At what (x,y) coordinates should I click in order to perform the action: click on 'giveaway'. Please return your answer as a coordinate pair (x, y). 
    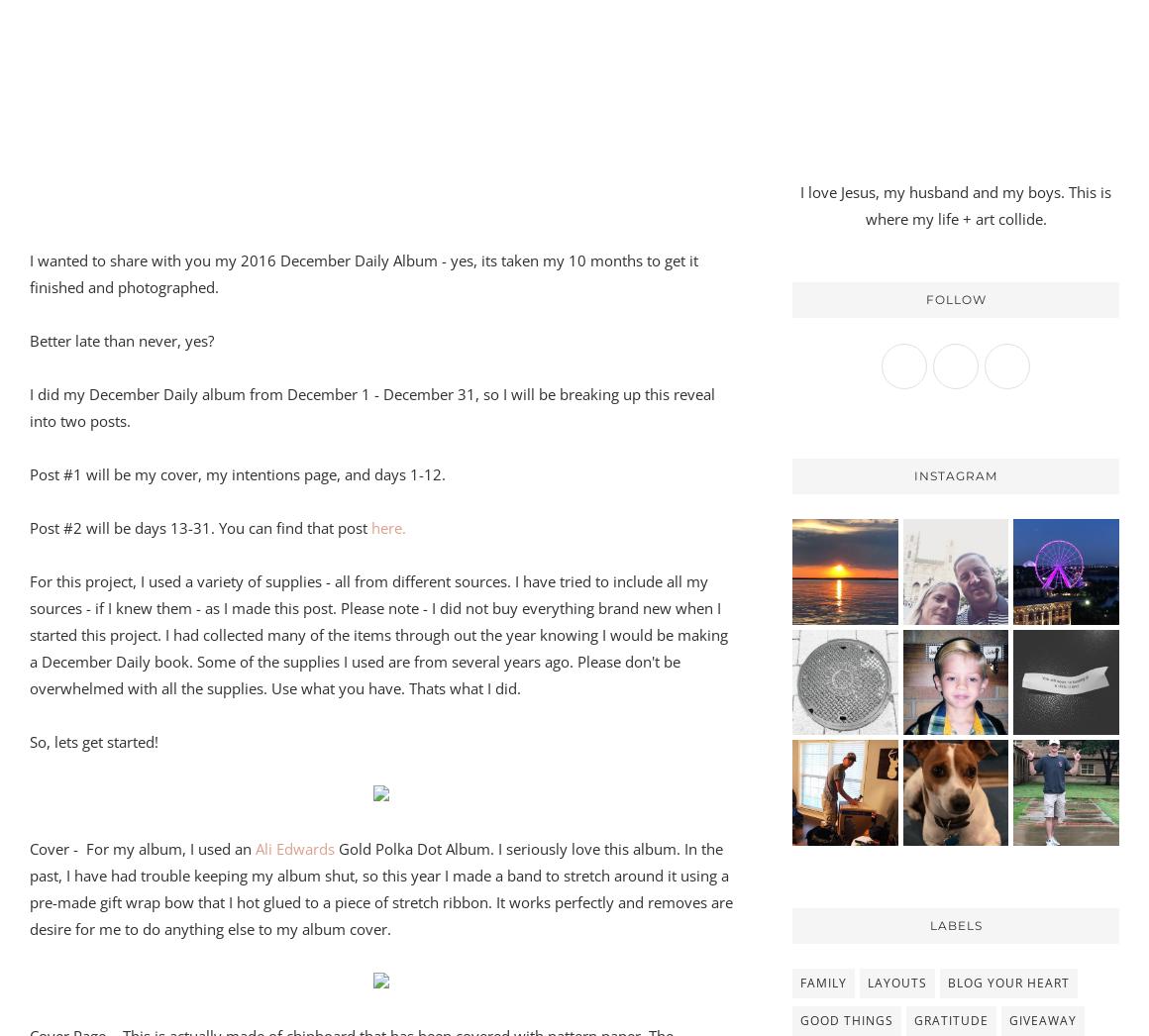
    Looking at the image, I should click on (1043, 1019).